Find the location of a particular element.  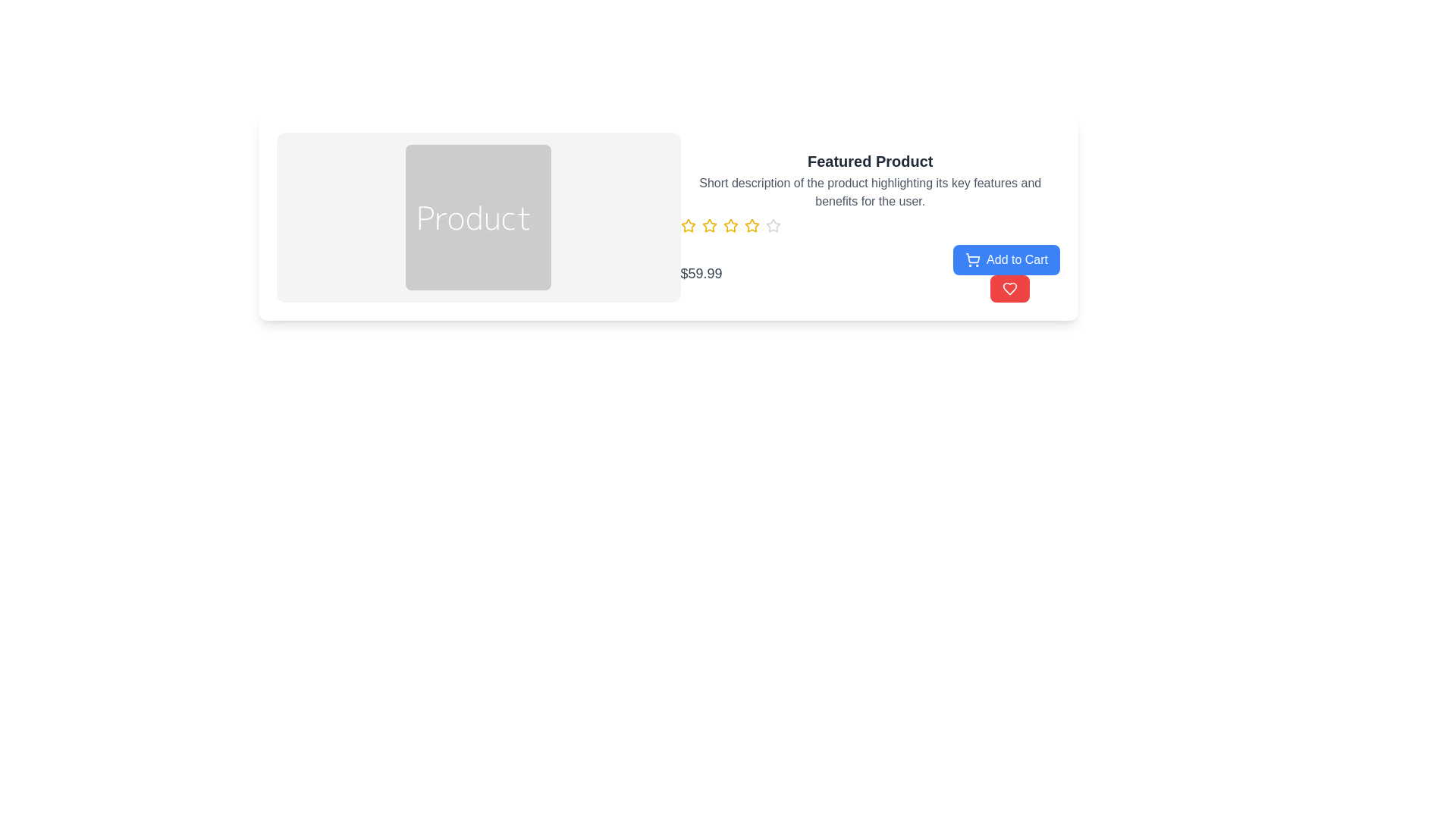

the button that allows users to add a product to their shopping cart is located at coordinates (1006, 273).